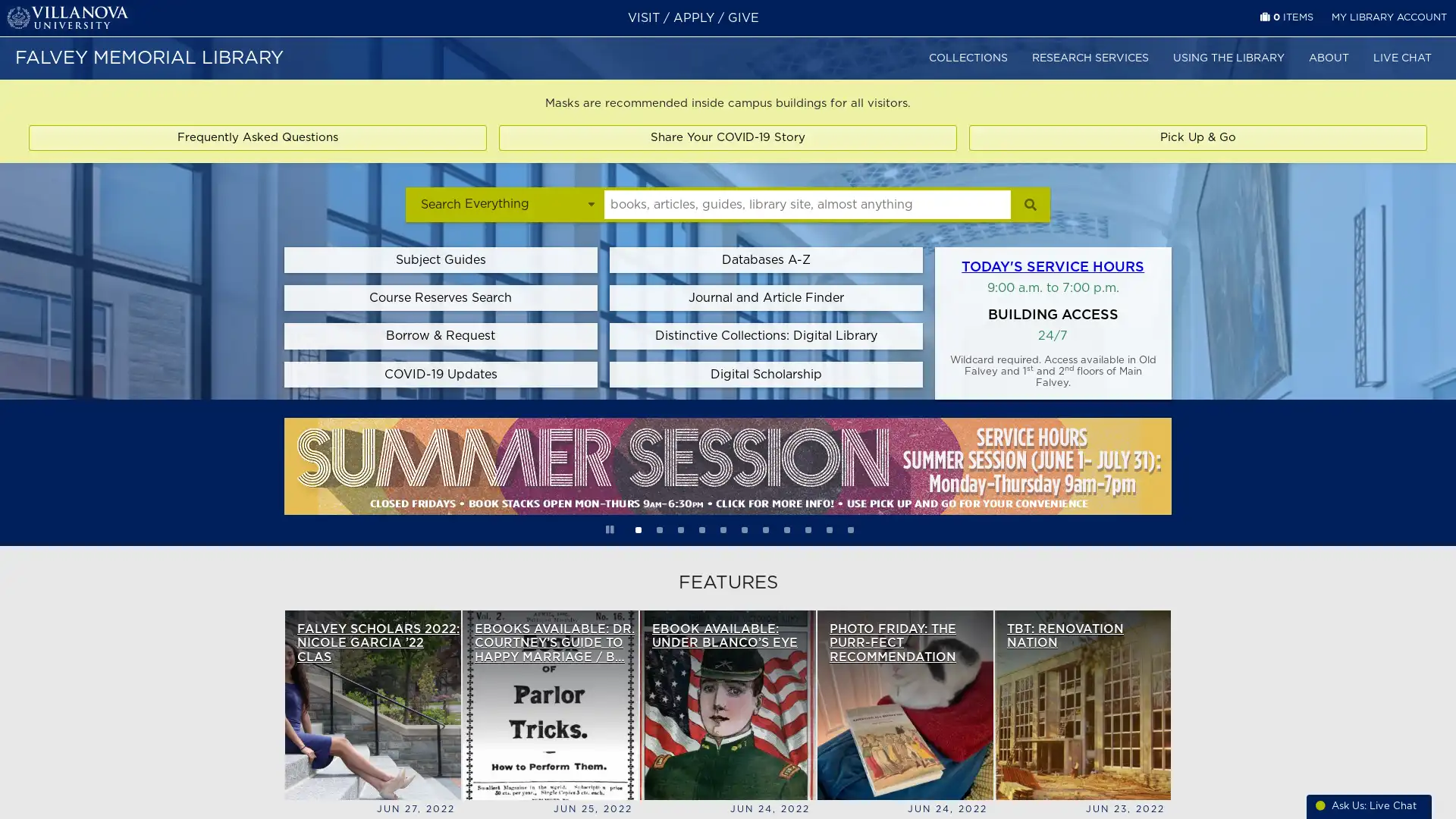 The width and height of the screenshot is (1456, 819). I want to click on Search, so click(1030, 203).